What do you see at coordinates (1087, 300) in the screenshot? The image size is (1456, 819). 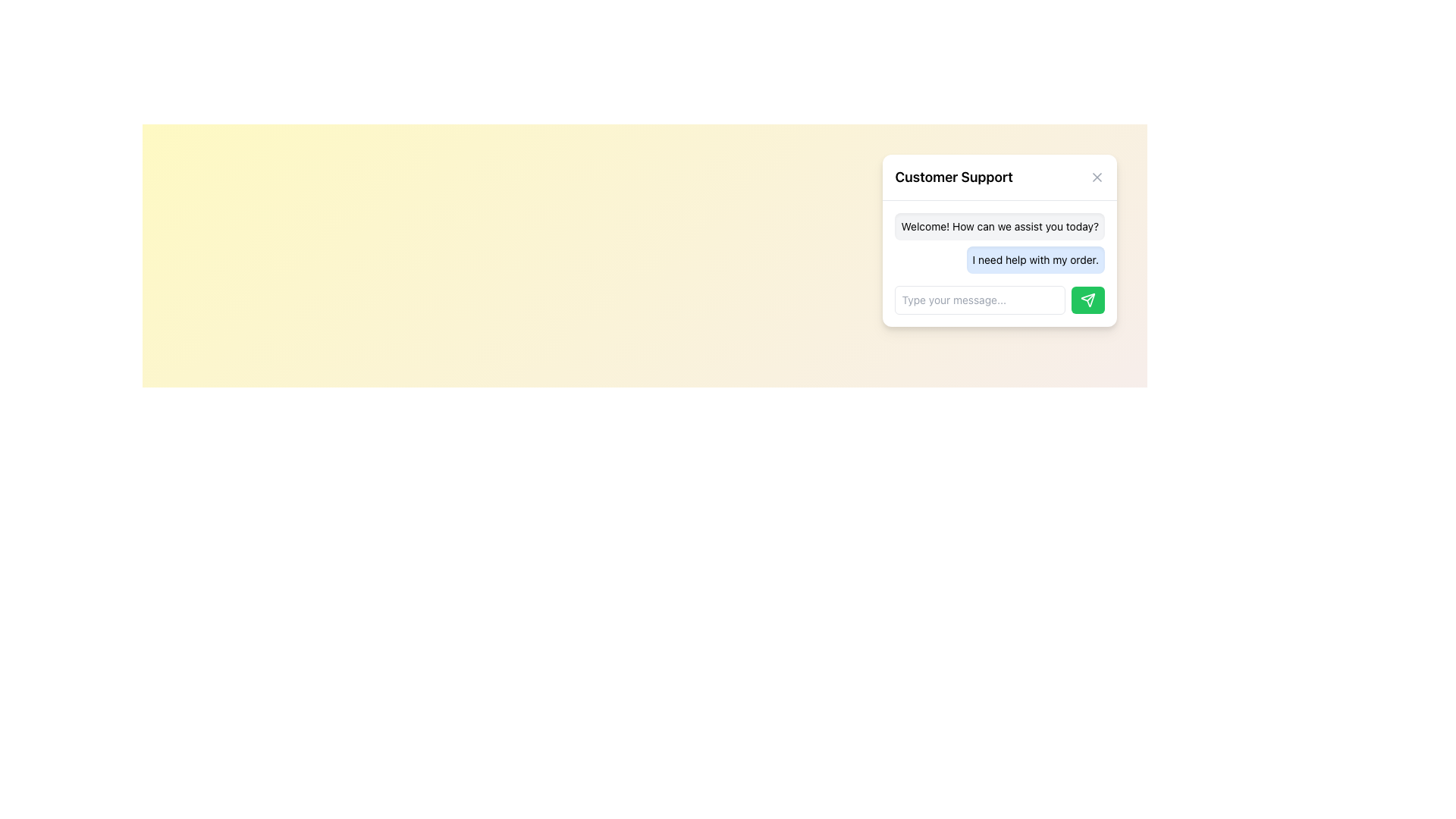 I see `the 'send' icon located at the bottom-right corner of the chat window, which is part of a green button used for sending messages` at bounding box center [1087, 300].